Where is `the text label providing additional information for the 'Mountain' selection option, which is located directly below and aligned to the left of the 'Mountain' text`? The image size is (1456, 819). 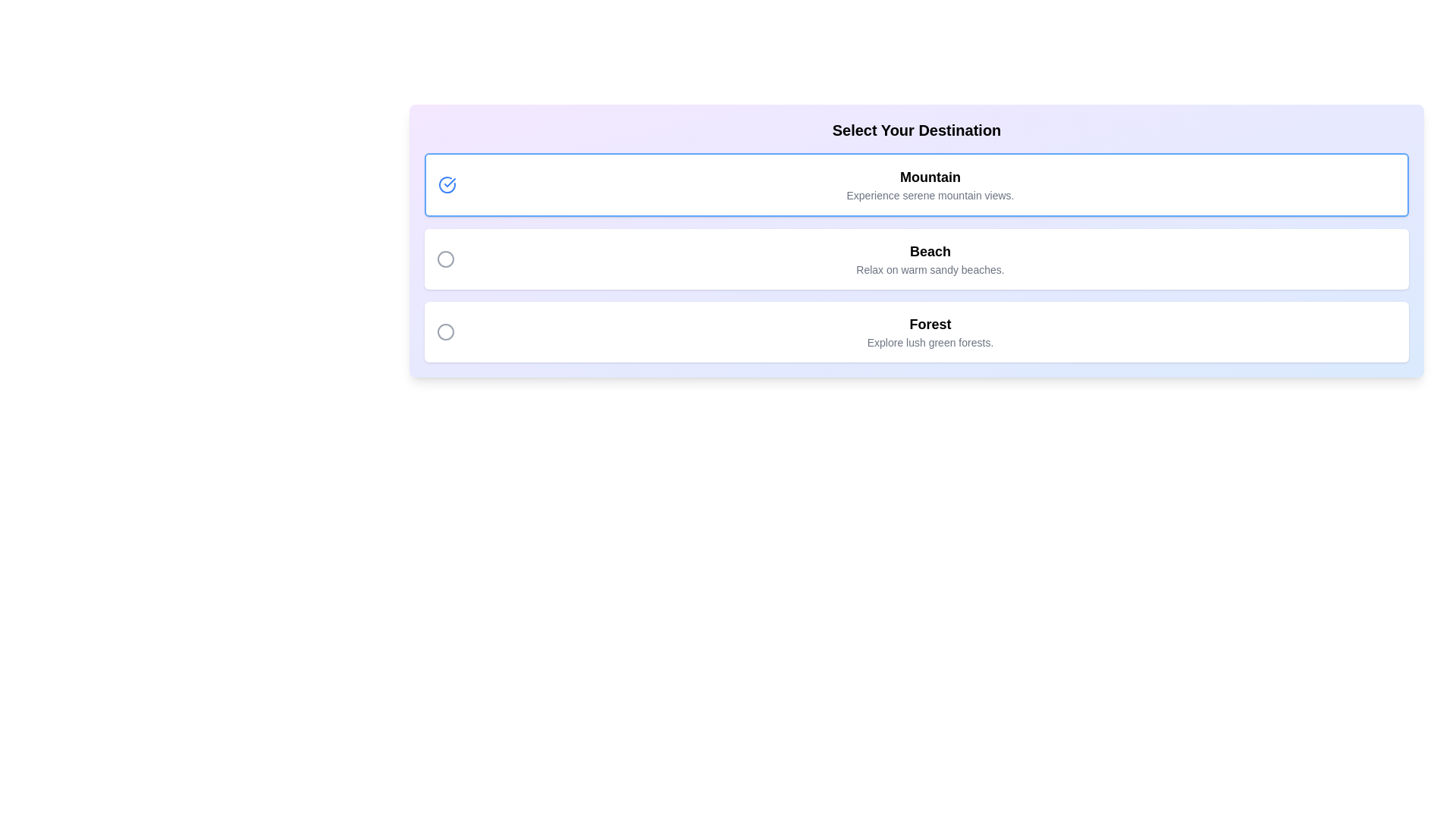 the text label providing additional information for the 'Mountain' selection option, which is located directly below and aligned to the left of the 'Mountain' text is located at coordinates (930, 195).